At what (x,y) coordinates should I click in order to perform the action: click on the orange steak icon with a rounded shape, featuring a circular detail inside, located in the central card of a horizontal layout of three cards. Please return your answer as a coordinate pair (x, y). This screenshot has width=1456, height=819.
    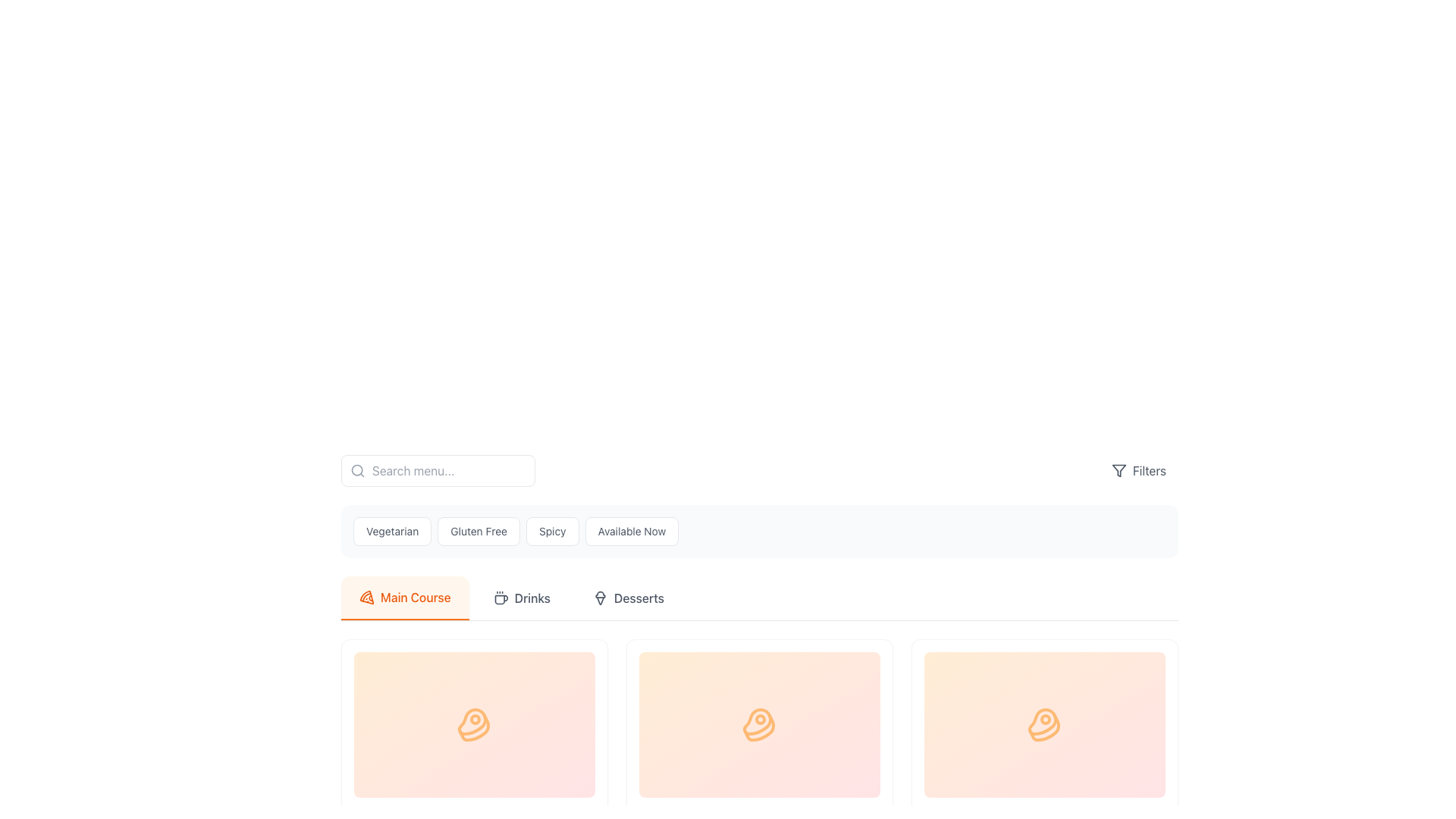
    Looking at the image, I should click on (760, 724).